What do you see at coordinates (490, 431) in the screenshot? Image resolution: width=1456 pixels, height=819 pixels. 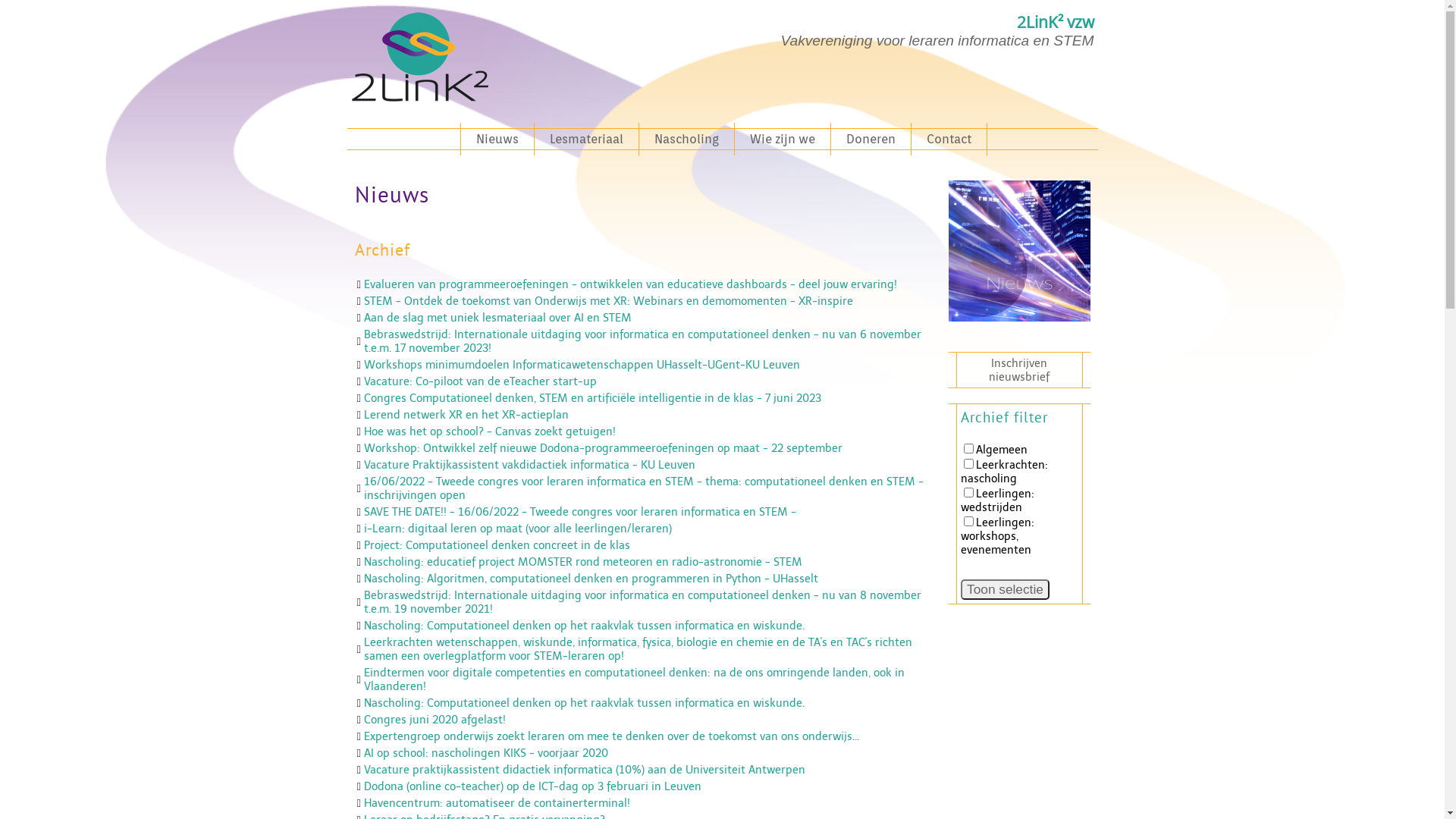 I see `'Hoe was het op school? - Canvas zoekt getuigen!'` at bounding box center [490, 431].